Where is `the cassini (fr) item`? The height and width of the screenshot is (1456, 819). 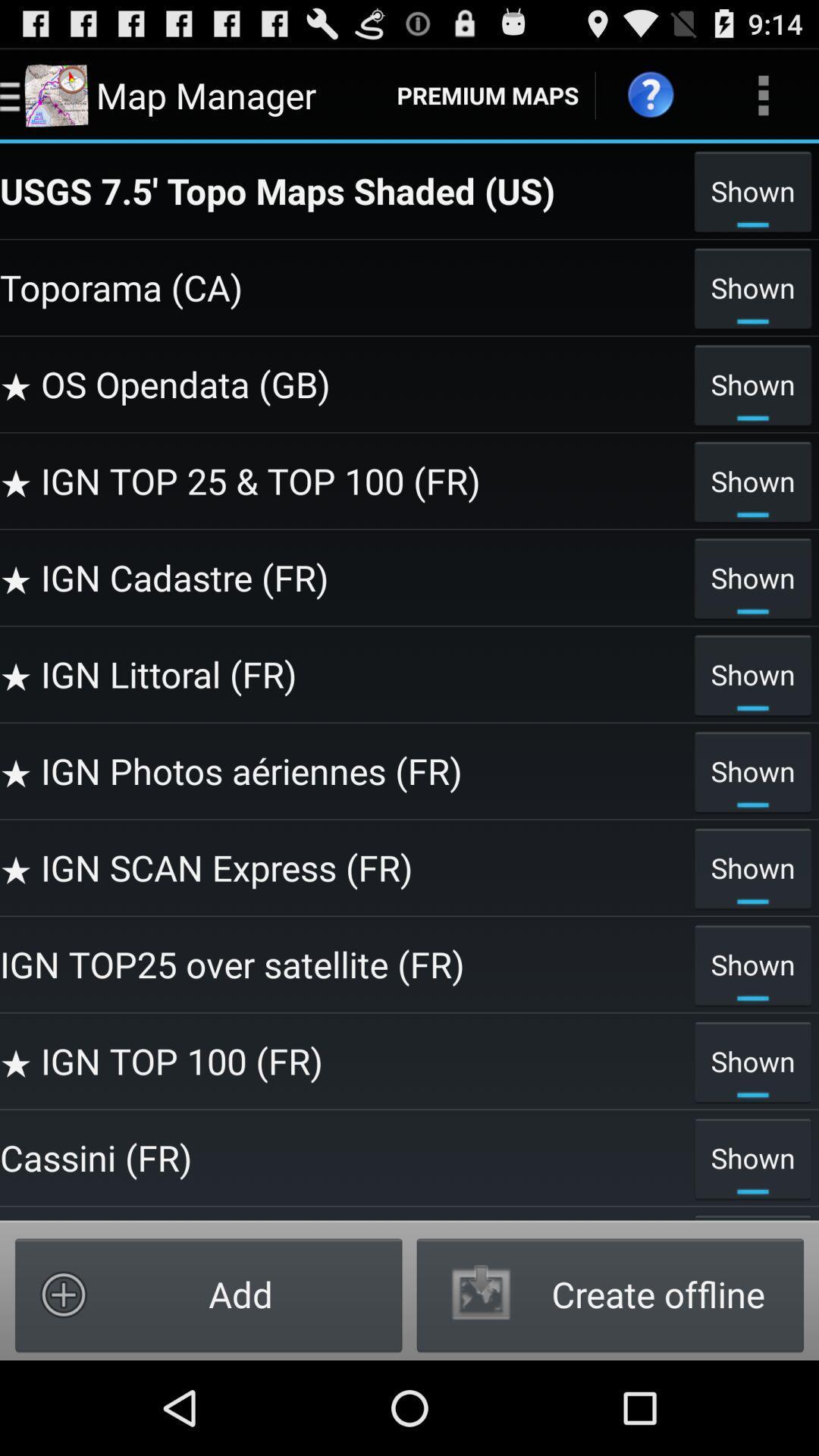
the cassini (fr) item is located at coordinates (343, 1156).